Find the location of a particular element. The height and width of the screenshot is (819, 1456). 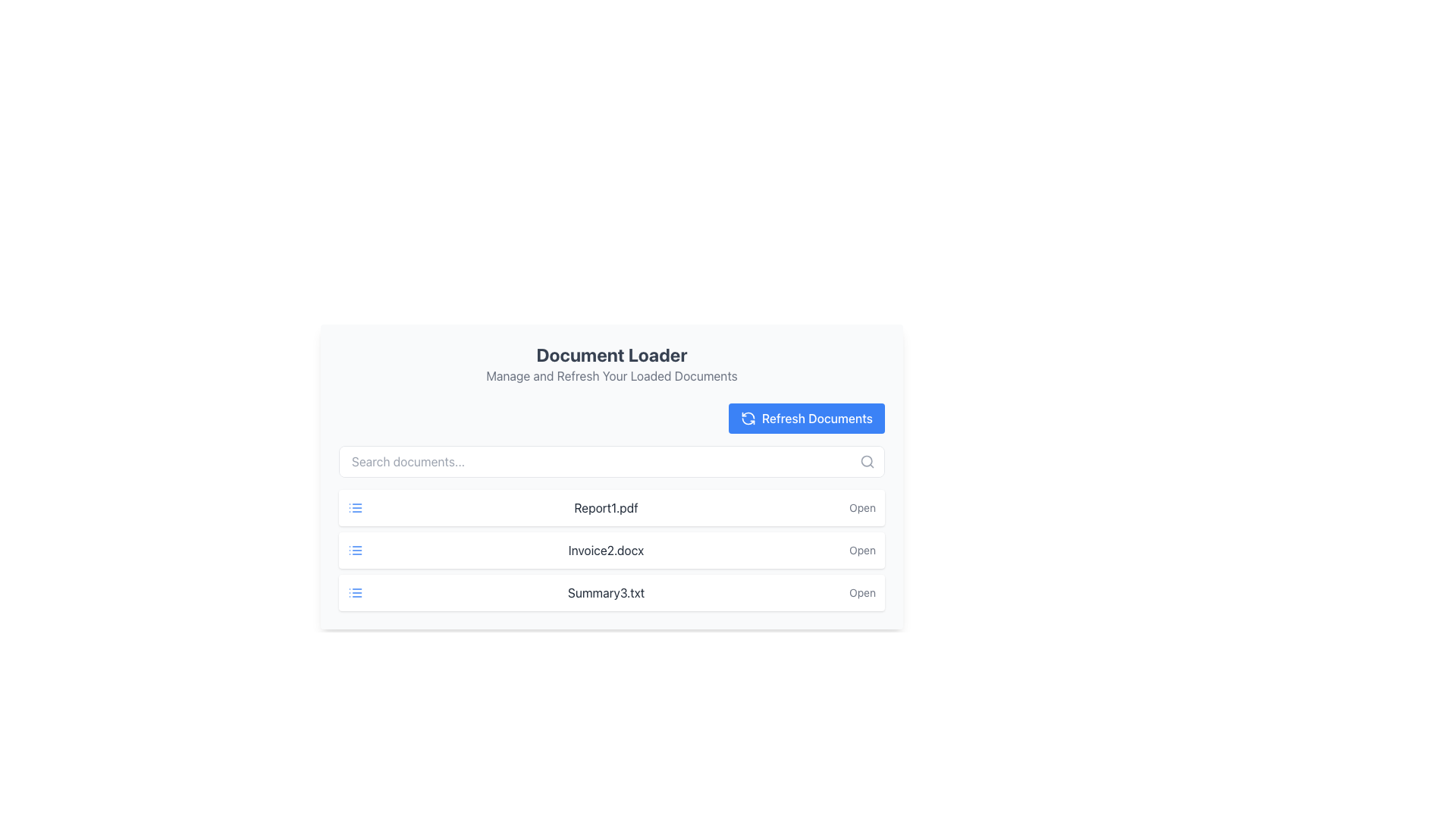

the text label displaying 'Invoice2.docx' in the Document Loader interface located in the second row of the list is located at coordinates (605, 550).